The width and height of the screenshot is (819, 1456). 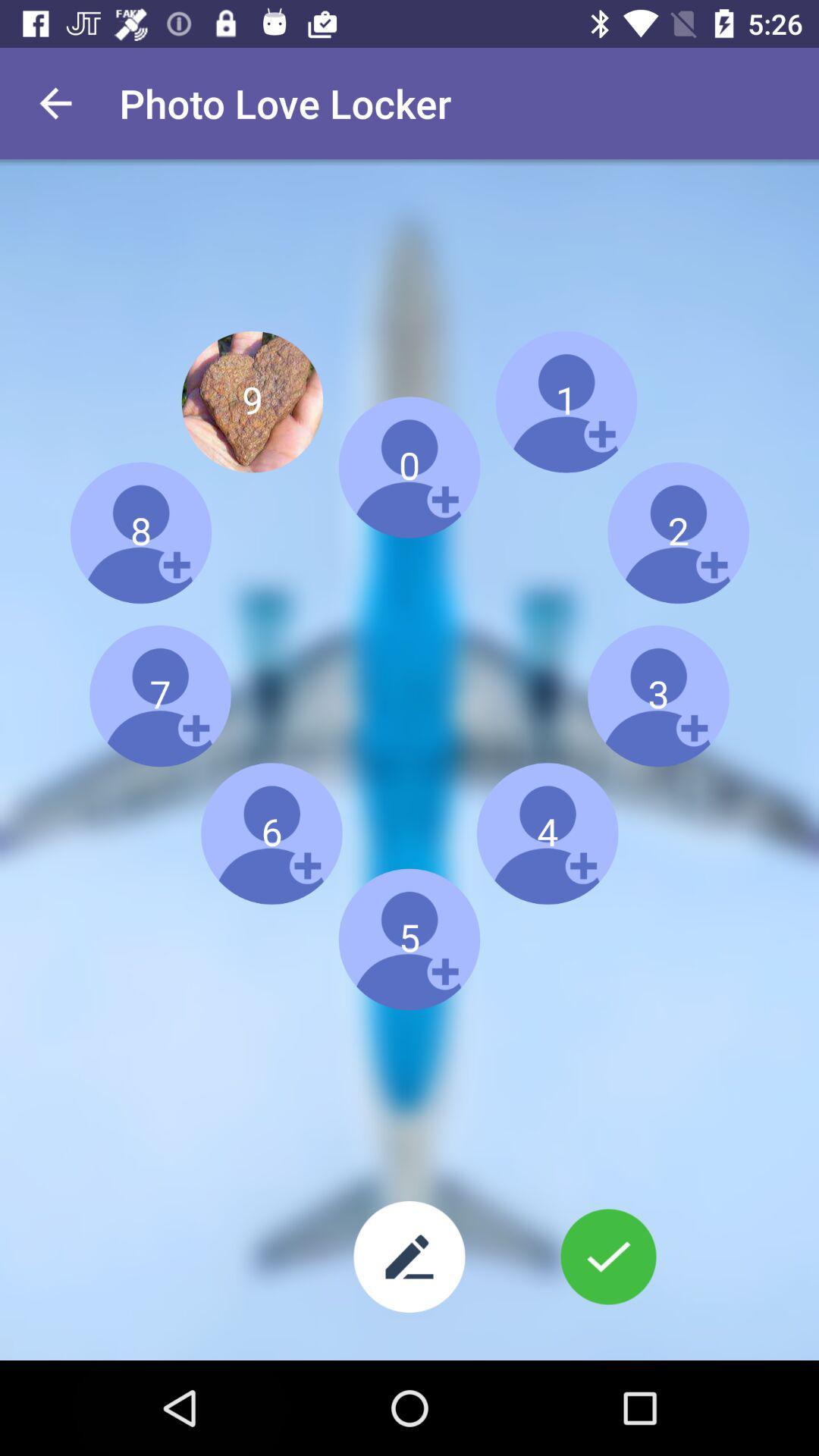 I want to click on edit images, so click(x=409, y=1257).